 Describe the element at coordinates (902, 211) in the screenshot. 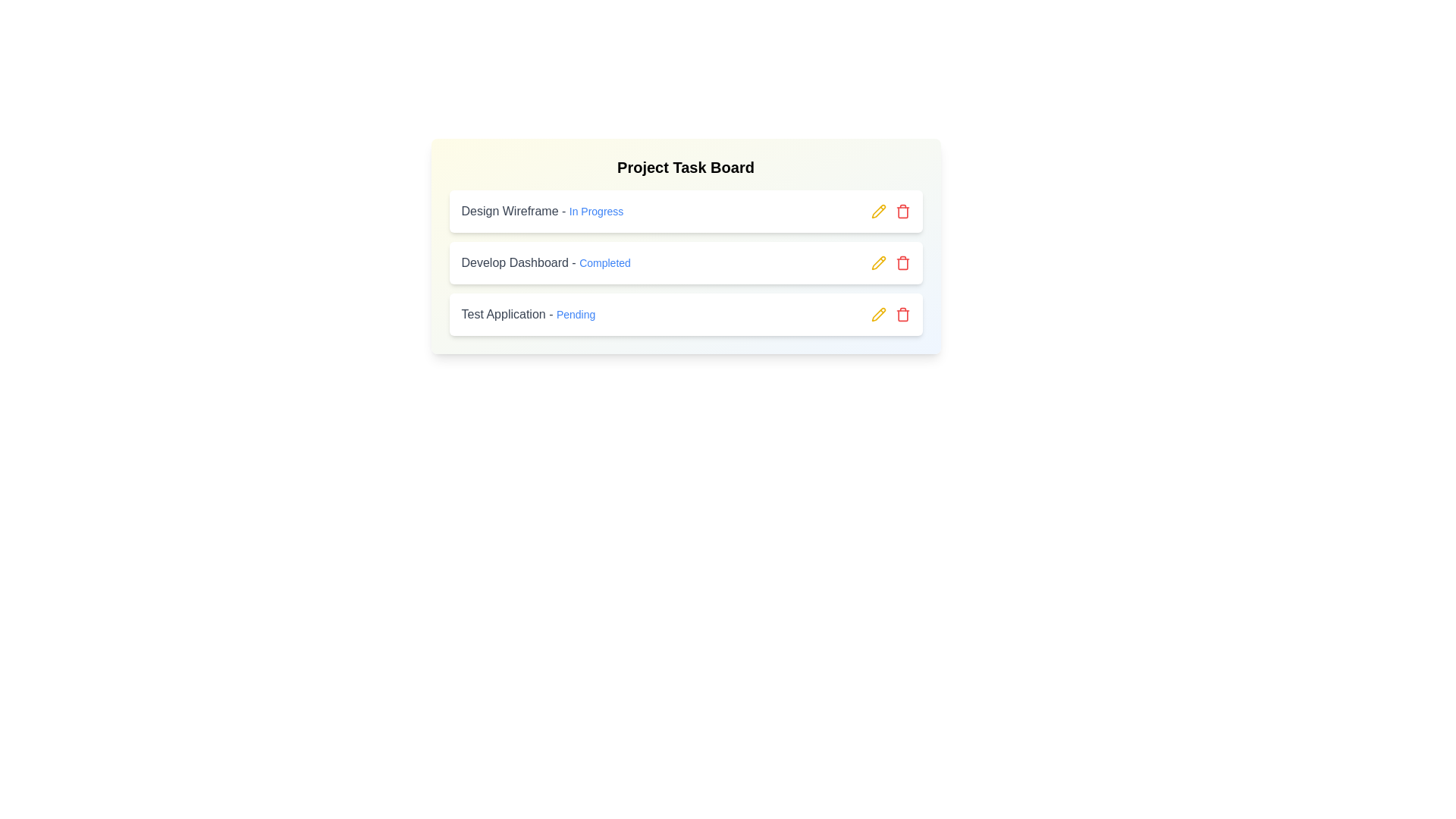

I see `the trash icon to delete the task Design Wireframe` at that location.